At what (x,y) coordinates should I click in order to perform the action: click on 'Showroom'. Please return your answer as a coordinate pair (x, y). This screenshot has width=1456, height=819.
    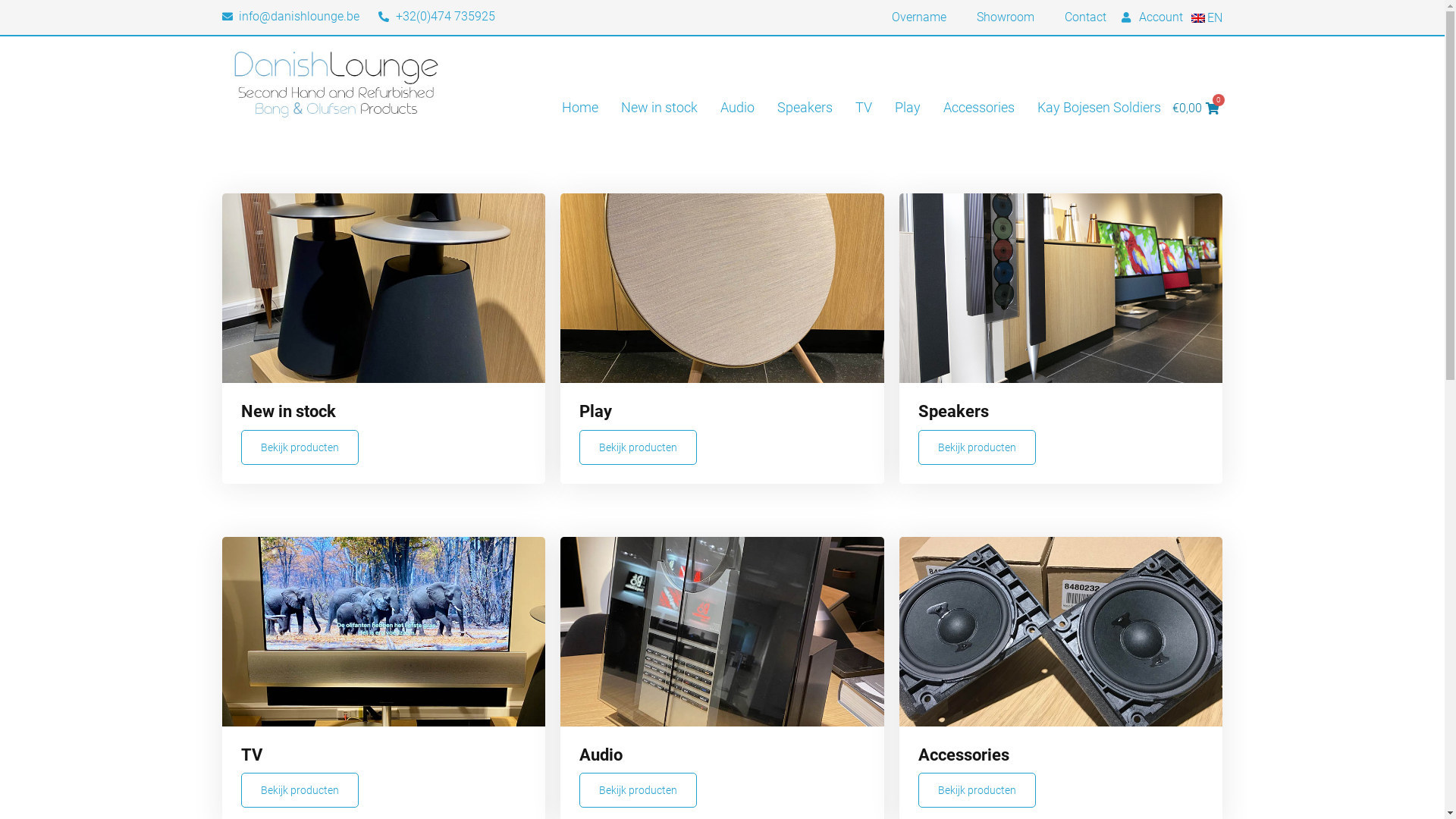
    Looking at the image, I should click on (1005, 17).